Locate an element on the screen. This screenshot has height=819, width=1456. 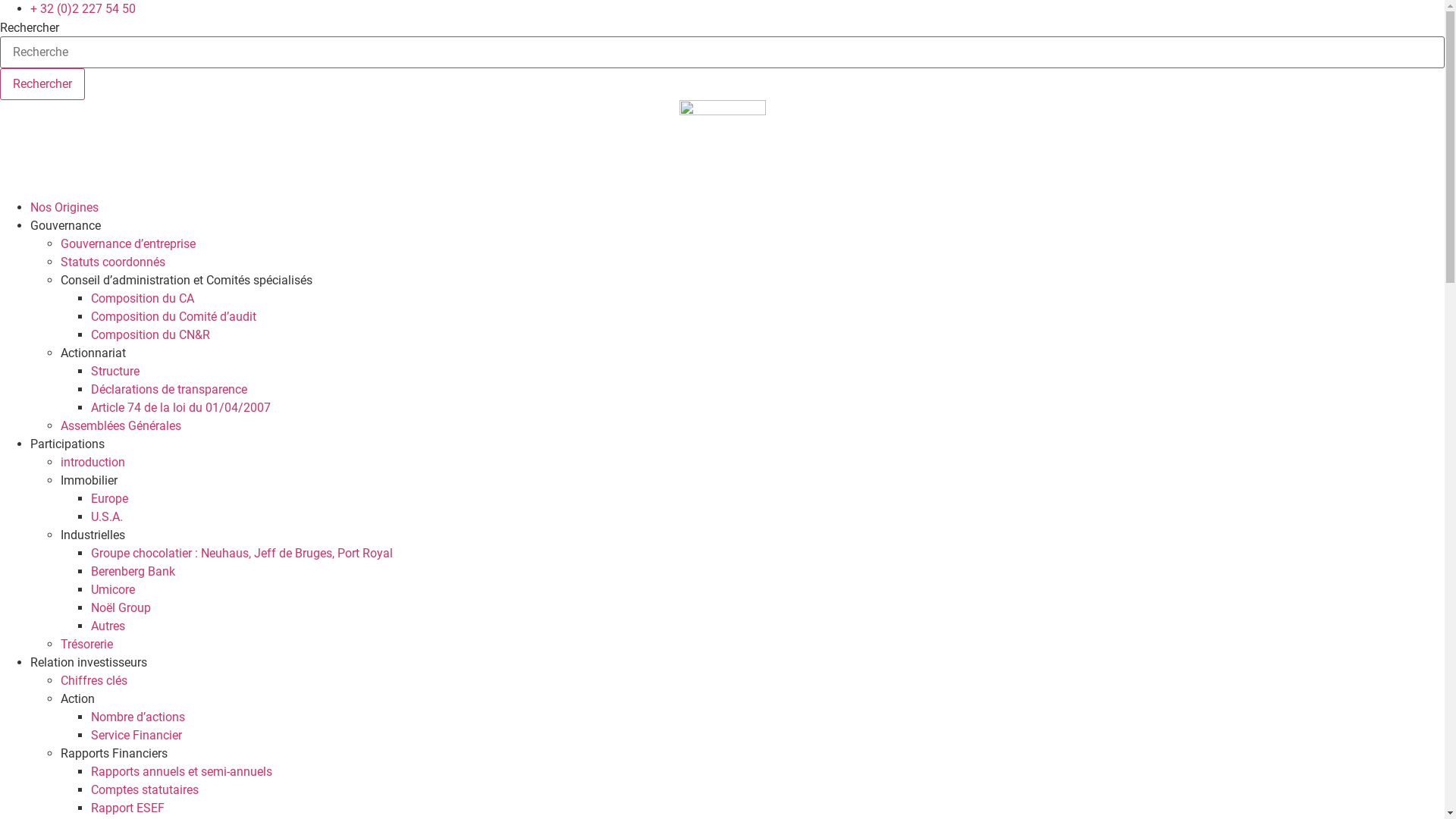
'Nos Origines' is located at coordinates (30, 207).